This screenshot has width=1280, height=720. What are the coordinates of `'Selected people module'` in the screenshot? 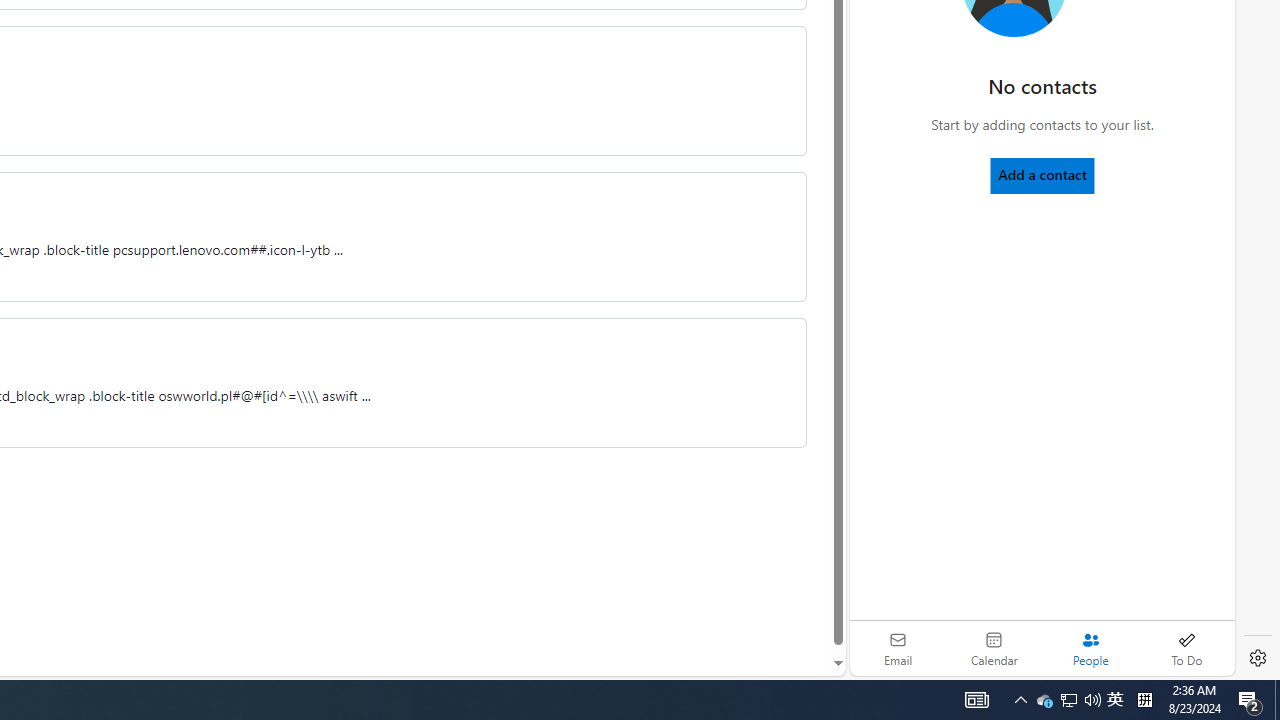 It's located at (1089, 648).